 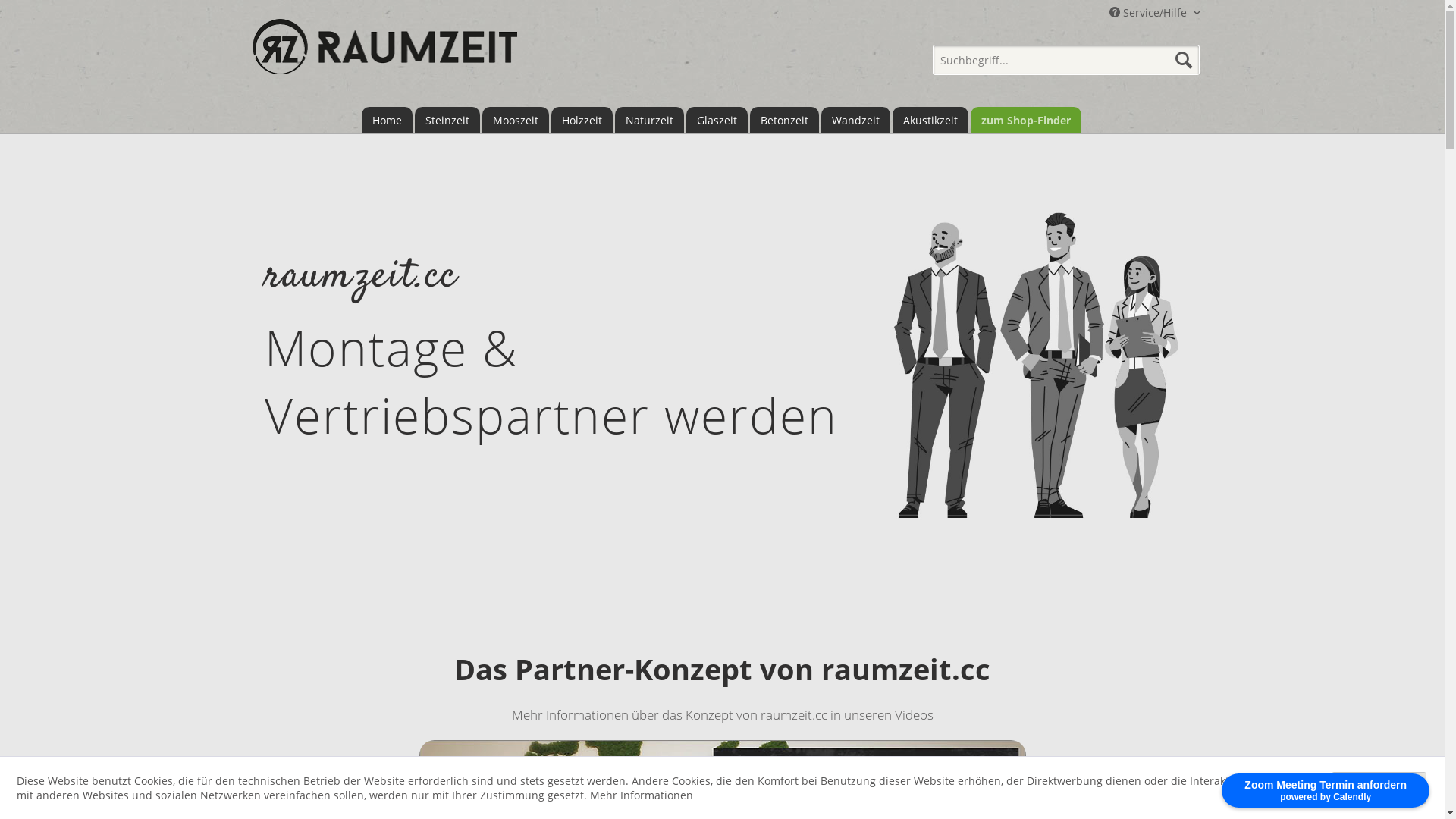 I want to click on 'Wandzeit', so click(x=819, y=119).